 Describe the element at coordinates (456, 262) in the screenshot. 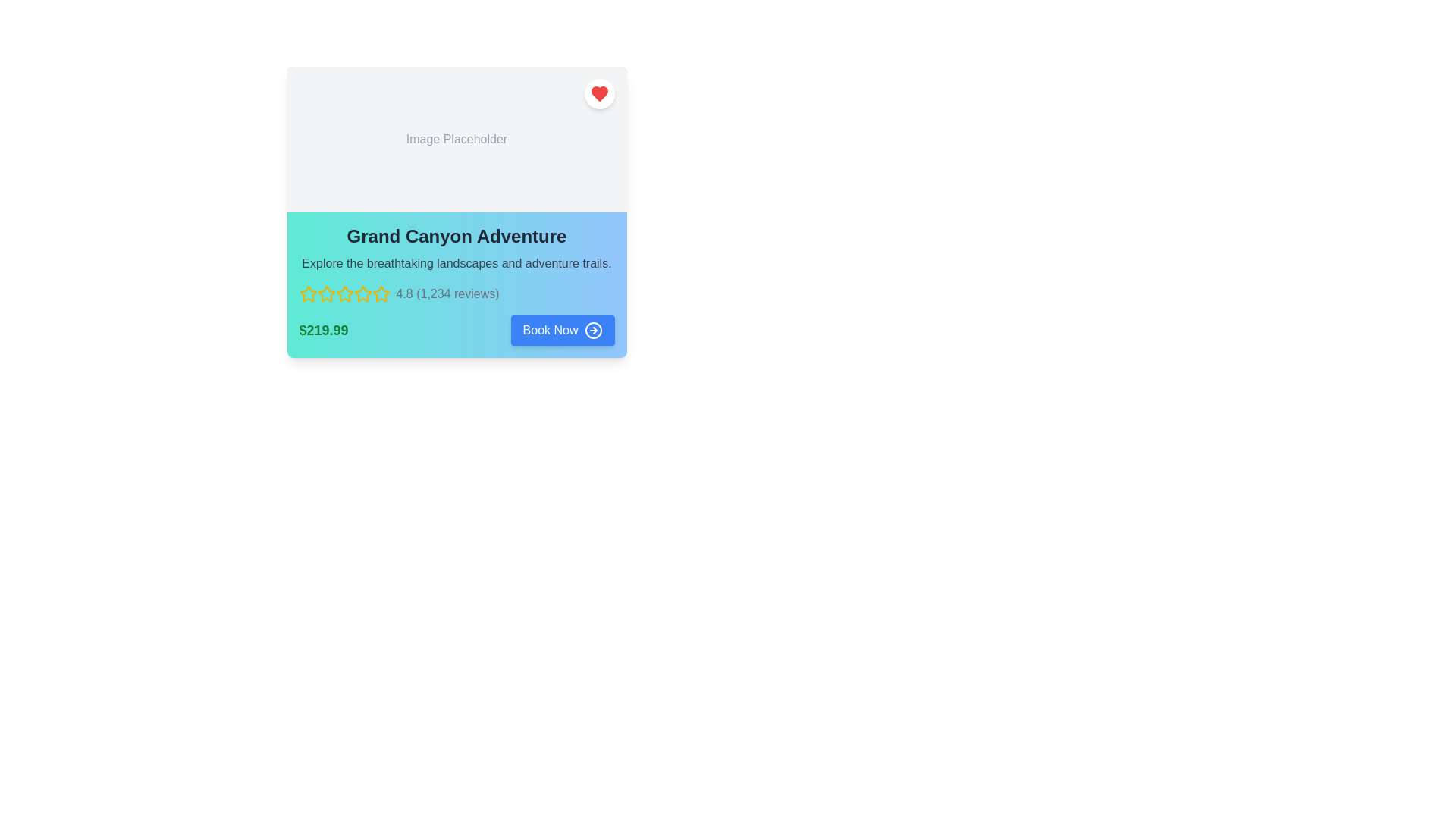

I see `the text block providing a brief description of the 'Grand Canyon Adventure' attraction, located below the title and above the rating stars` at that location.